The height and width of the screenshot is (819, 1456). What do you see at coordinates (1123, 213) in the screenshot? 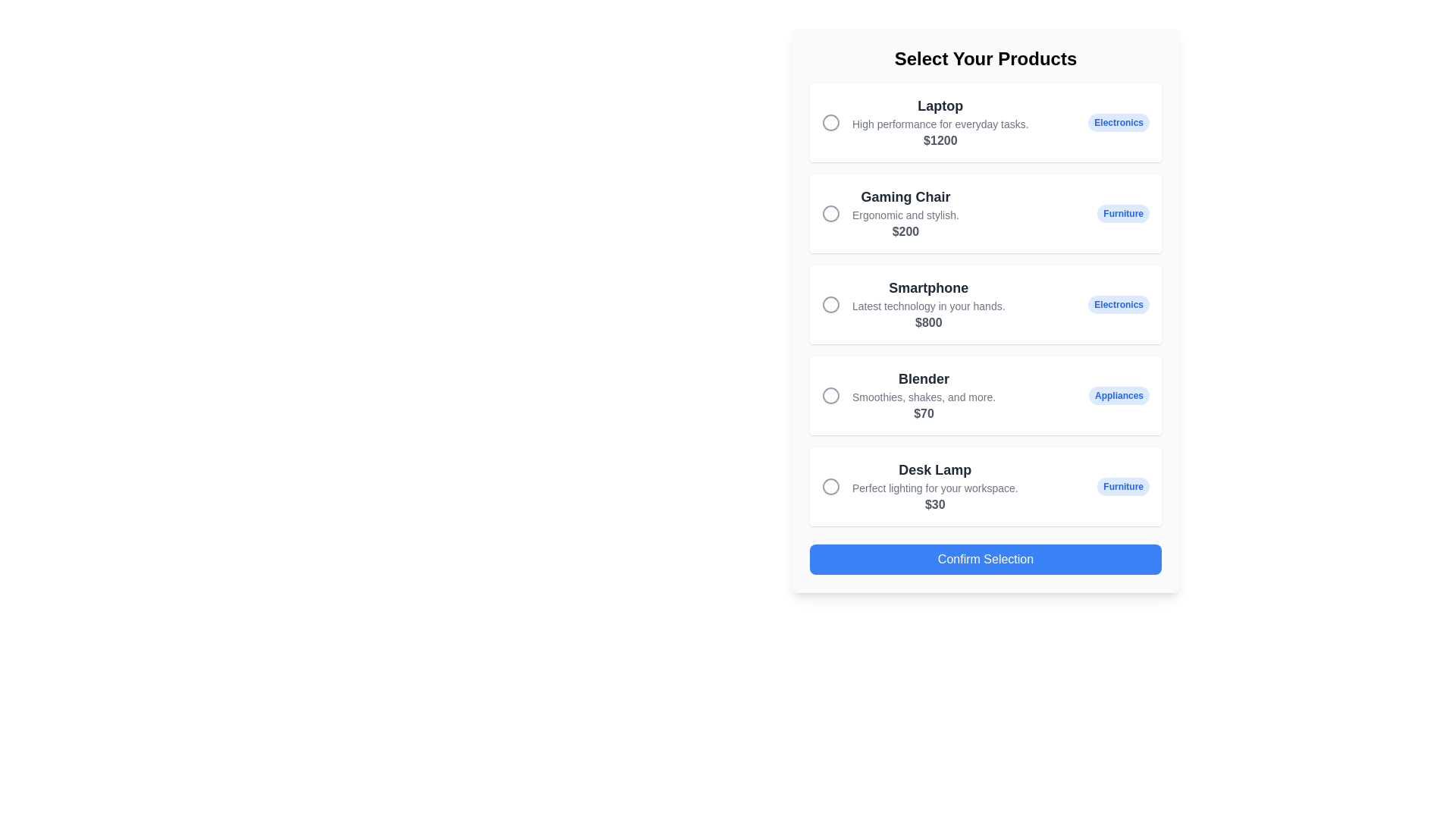
I see `the category label for 'Gaming Chair' located to the right of the price '$200' within the 'Select Your Products' section to associate the label with its attached product` at bounding box center [1123, 213].